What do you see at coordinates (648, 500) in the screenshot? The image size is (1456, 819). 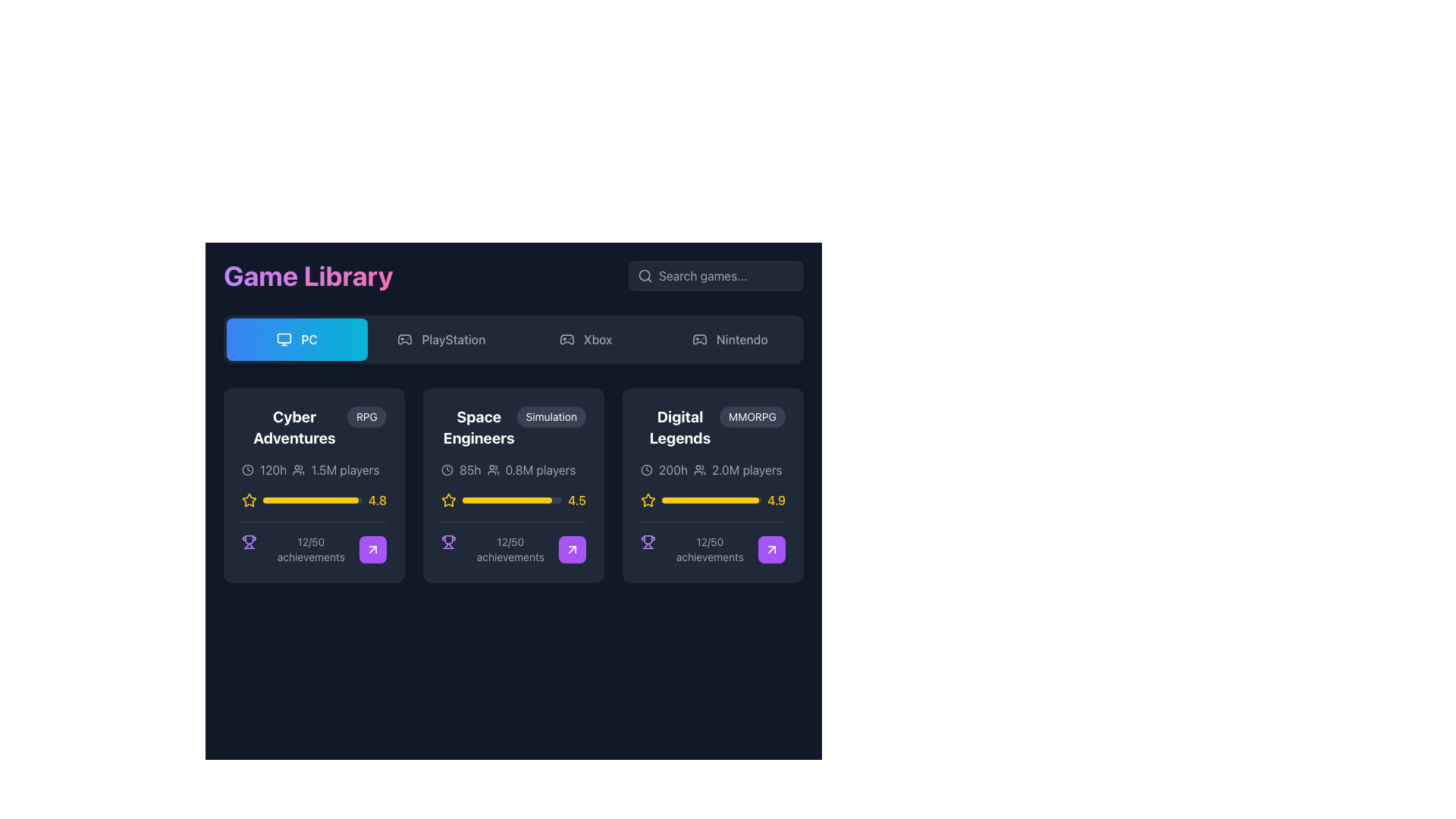 I see `the rating represented by the star-shaped rating icon outlined in yellow located next to the rating number on the game card in the second row of available games` at bounding box center [648, 500].